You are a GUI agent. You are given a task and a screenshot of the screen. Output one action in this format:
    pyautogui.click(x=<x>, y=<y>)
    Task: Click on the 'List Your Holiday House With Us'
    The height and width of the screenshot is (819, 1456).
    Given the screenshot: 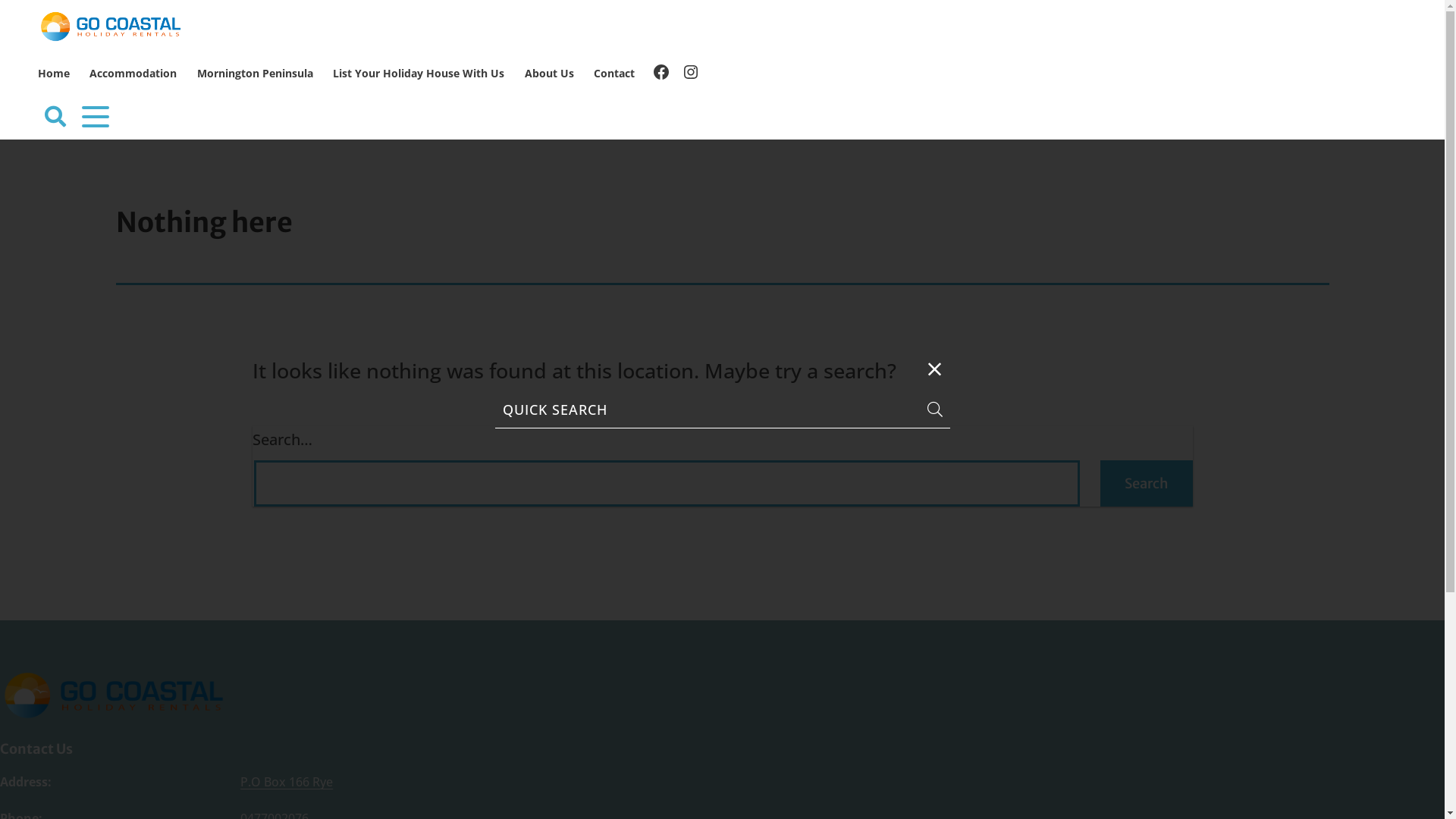 What is the action you would take?
    pyautogui.click(x=419, y=74)
    